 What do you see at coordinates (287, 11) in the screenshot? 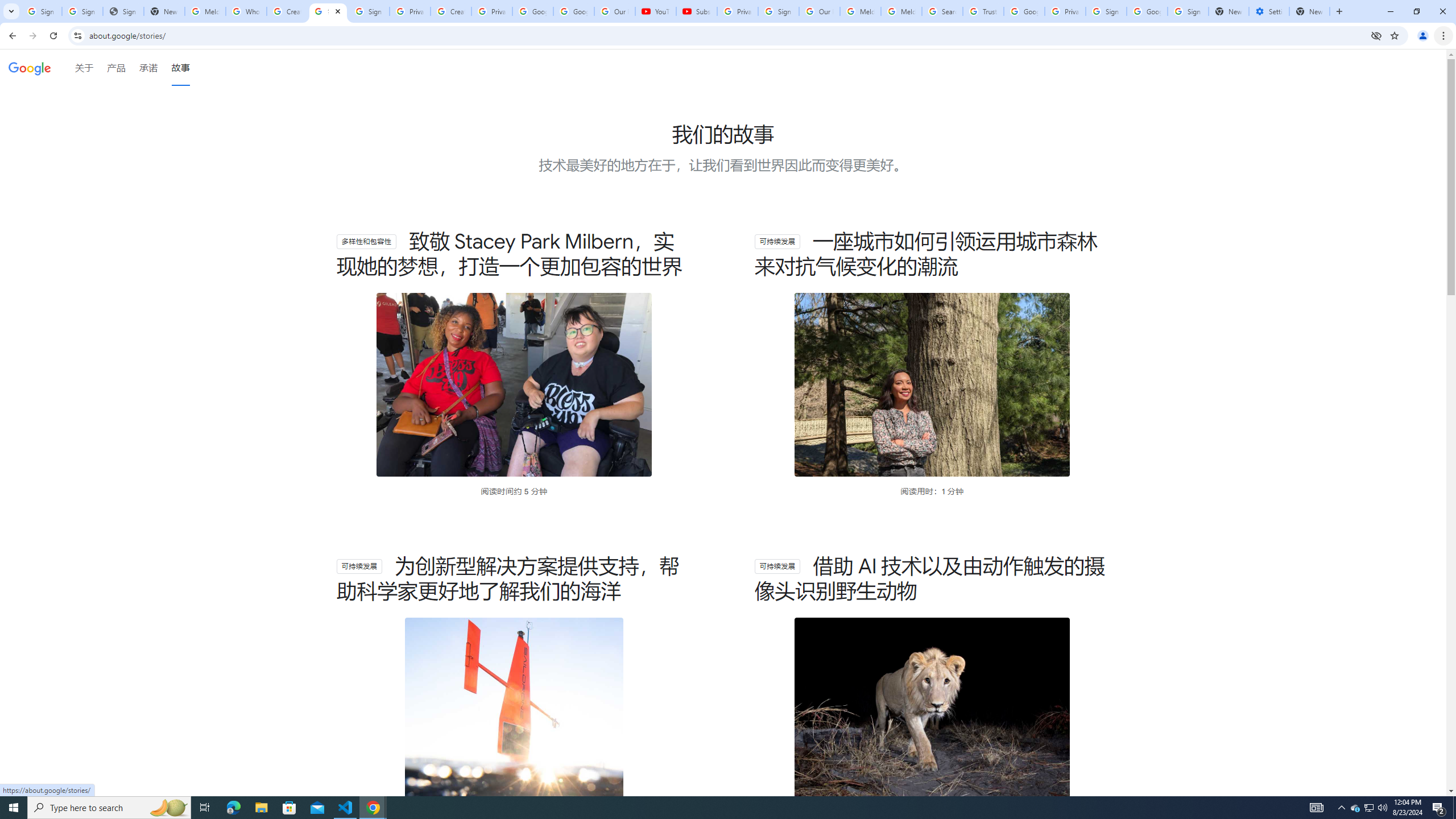
I see `'Create your Google Account'` at bounding box center [287, 11].